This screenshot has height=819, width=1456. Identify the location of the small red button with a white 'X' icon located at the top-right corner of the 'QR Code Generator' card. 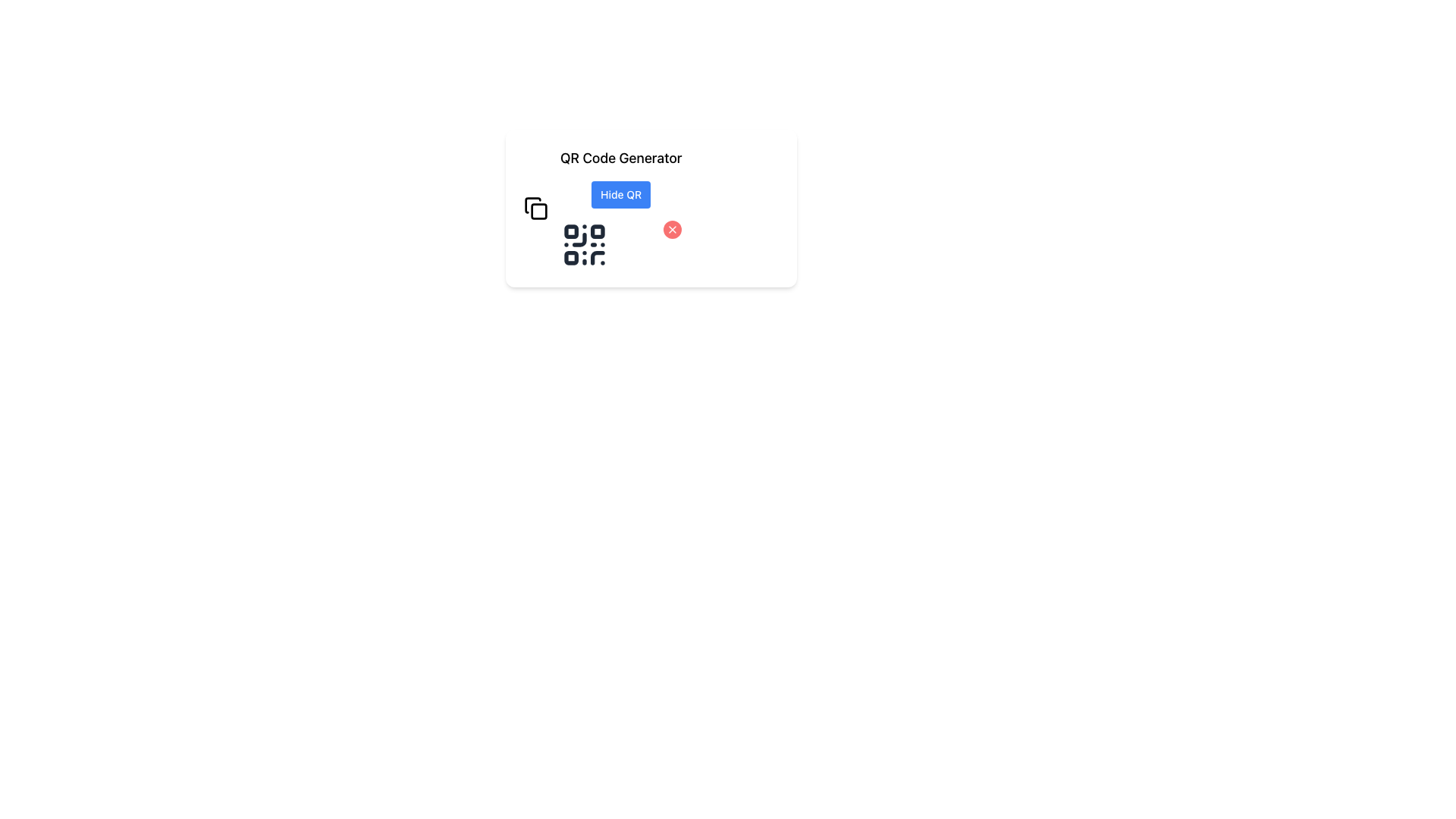
(672, 230).